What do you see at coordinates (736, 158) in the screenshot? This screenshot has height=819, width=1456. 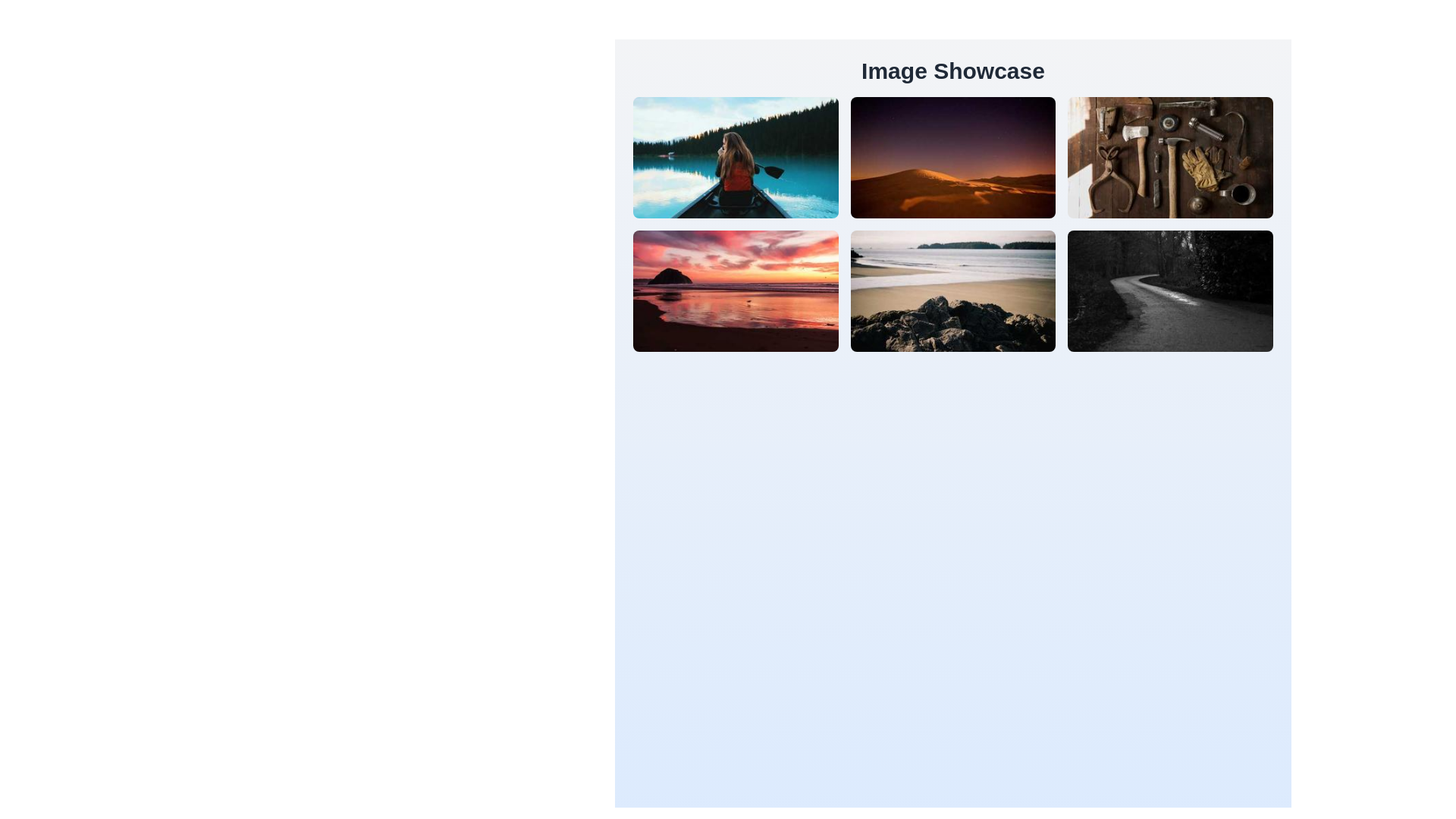 I see `styled rectangular image featuring a person in a canoe on a lake with a forest in the background, which is the first image in a grid layout, by opening developer tools` at bounding box center [736, 158].